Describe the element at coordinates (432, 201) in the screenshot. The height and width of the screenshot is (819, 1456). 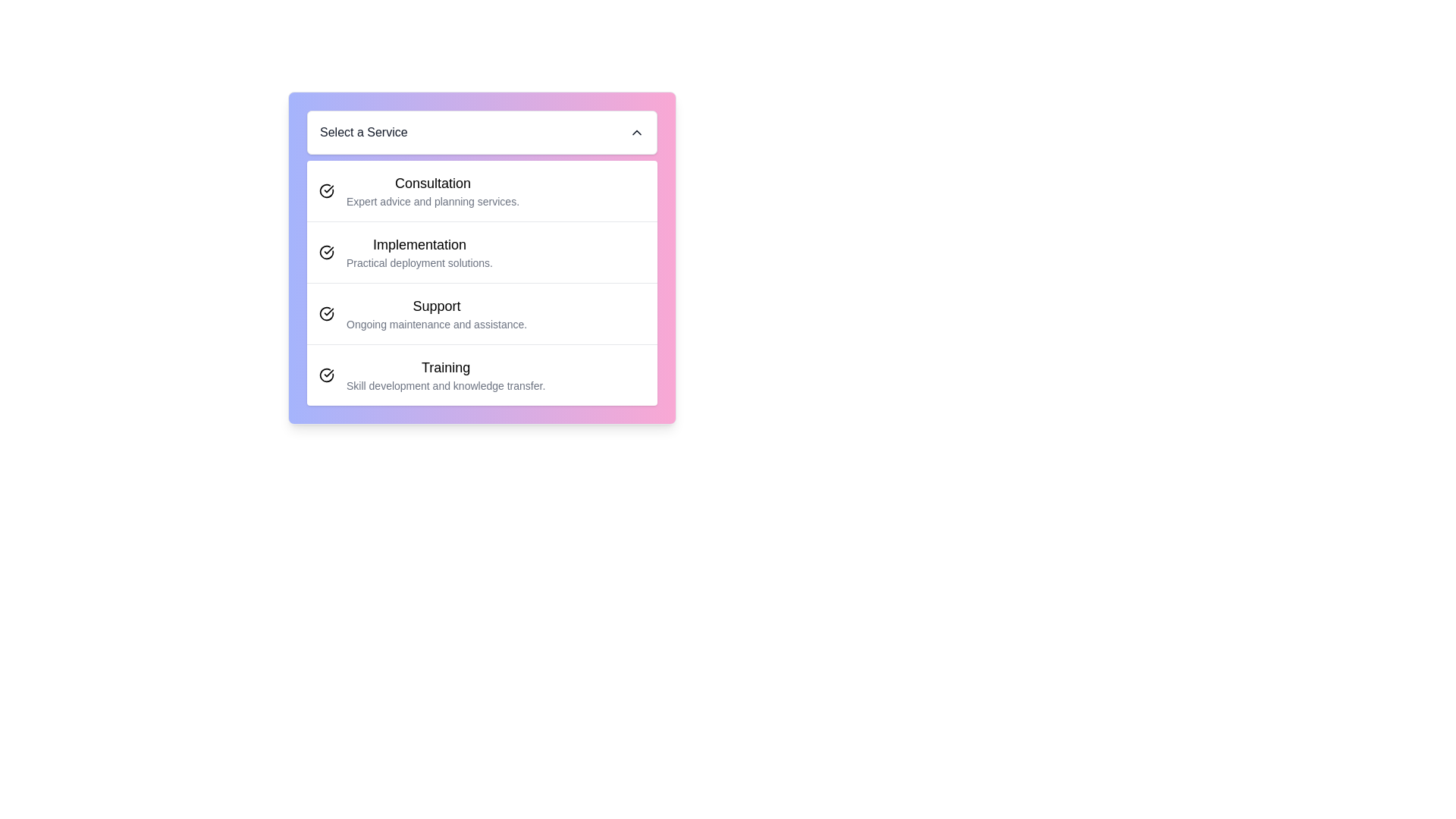
I see `the text element containing 'Expert advice and planning services.' which is located directly beneath the 'Consultation' heading in the 'Select a Service' menu` at that location.